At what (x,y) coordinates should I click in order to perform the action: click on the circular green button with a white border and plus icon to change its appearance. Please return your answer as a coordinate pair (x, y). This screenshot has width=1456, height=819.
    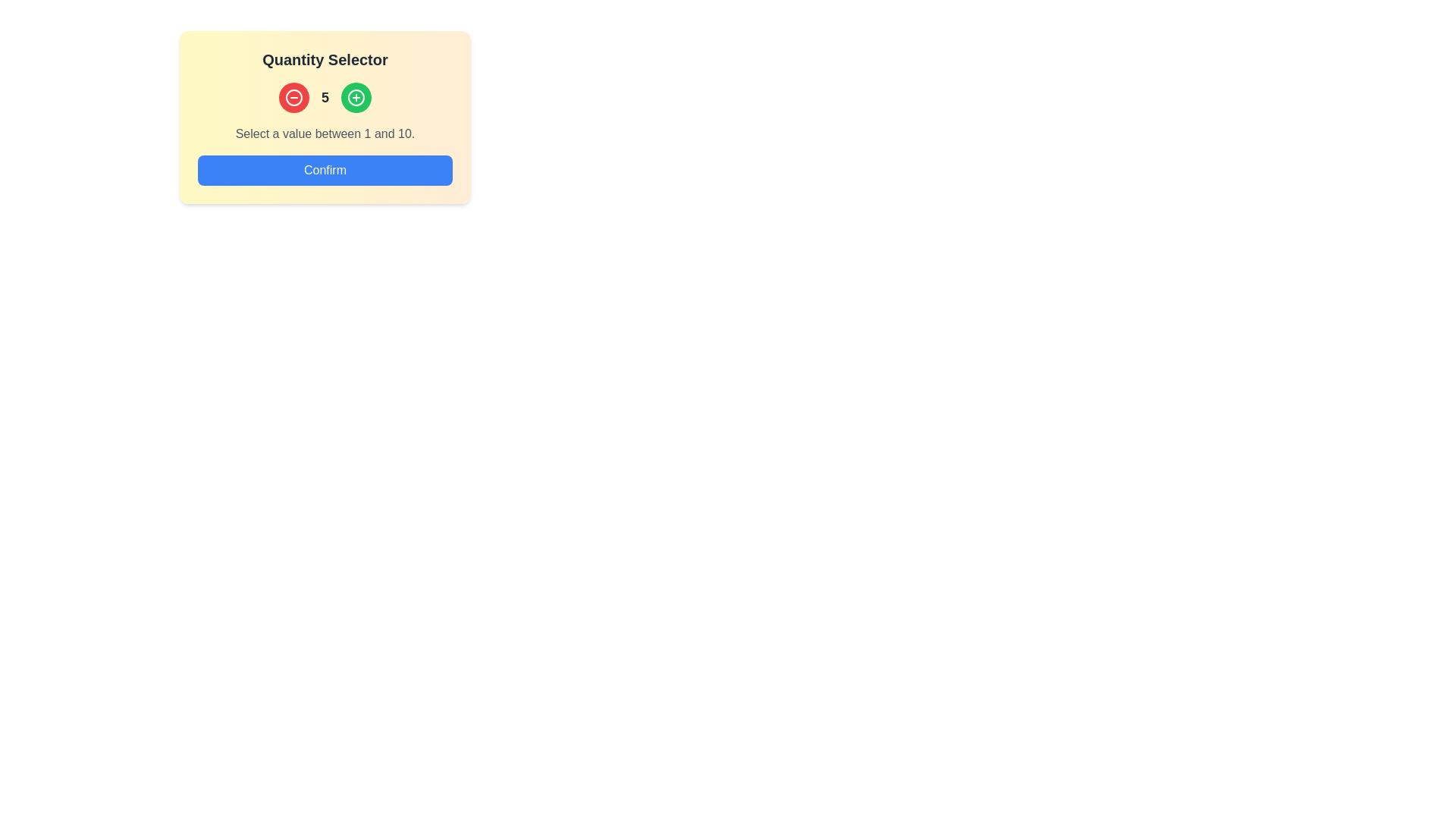
    Looking at the image, I should click on (356, 97).